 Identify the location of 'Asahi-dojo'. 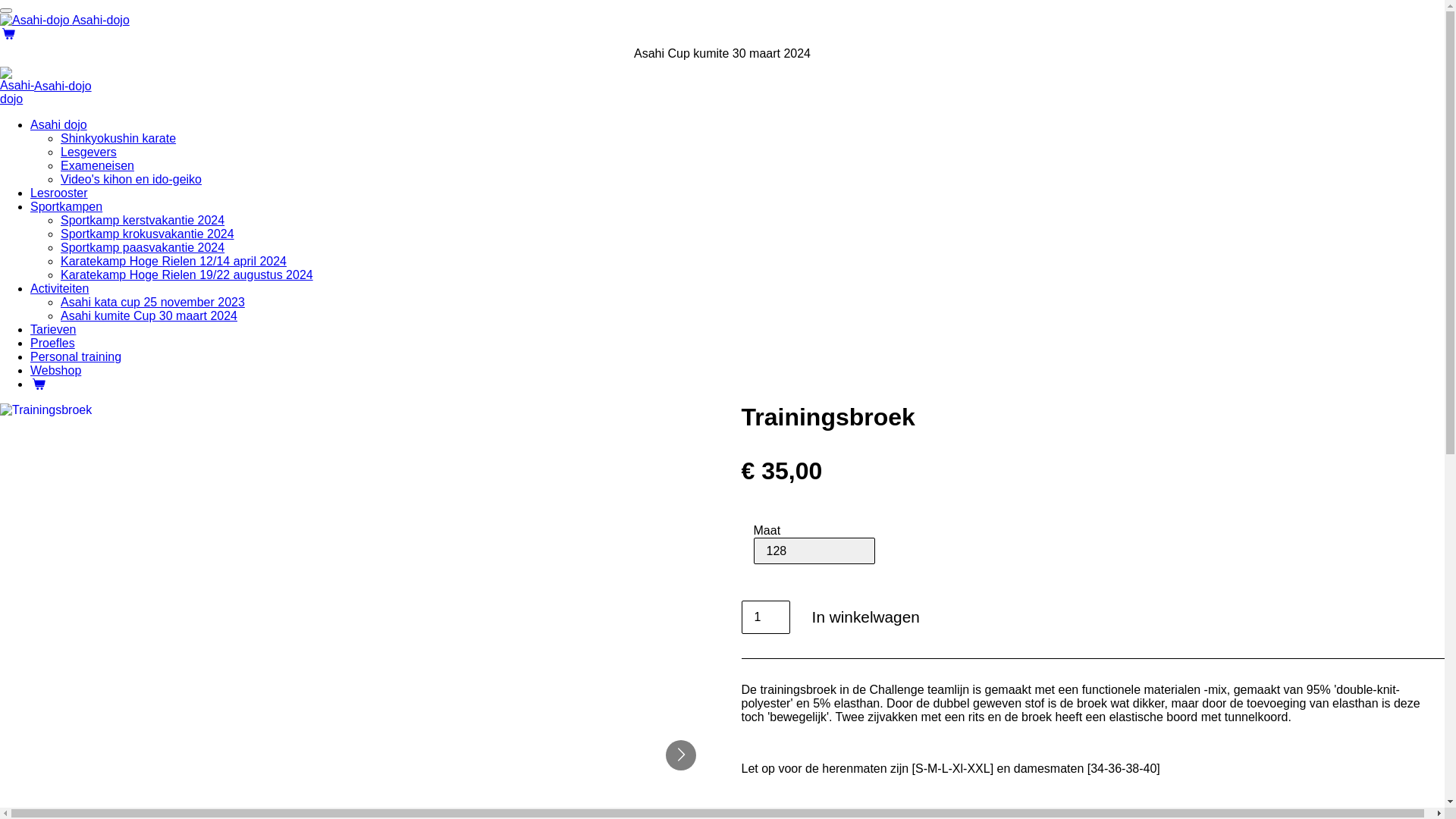
(17, 86).